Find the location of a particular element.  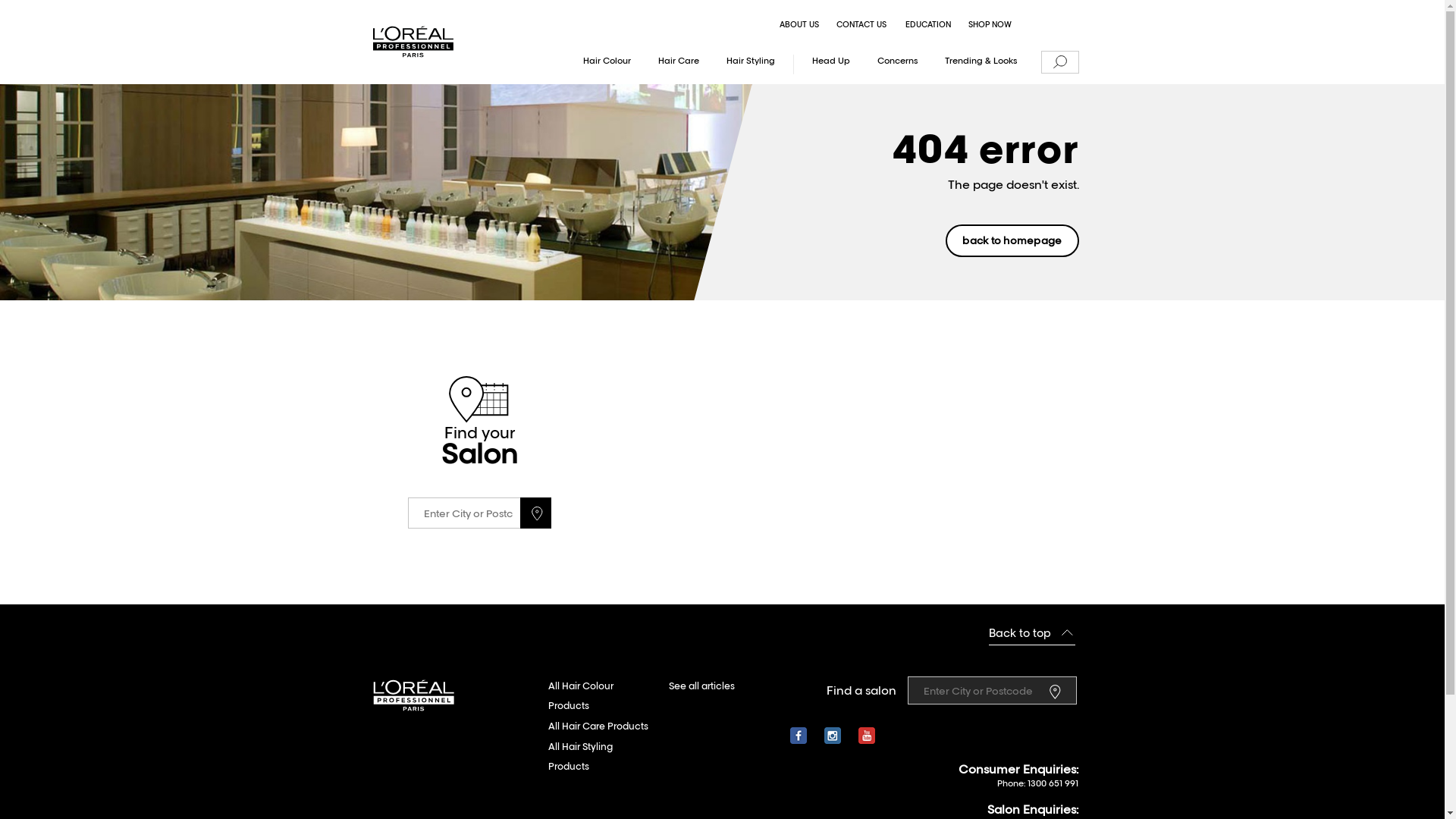

'ABOUT US' is located at coordinates (799, 26).